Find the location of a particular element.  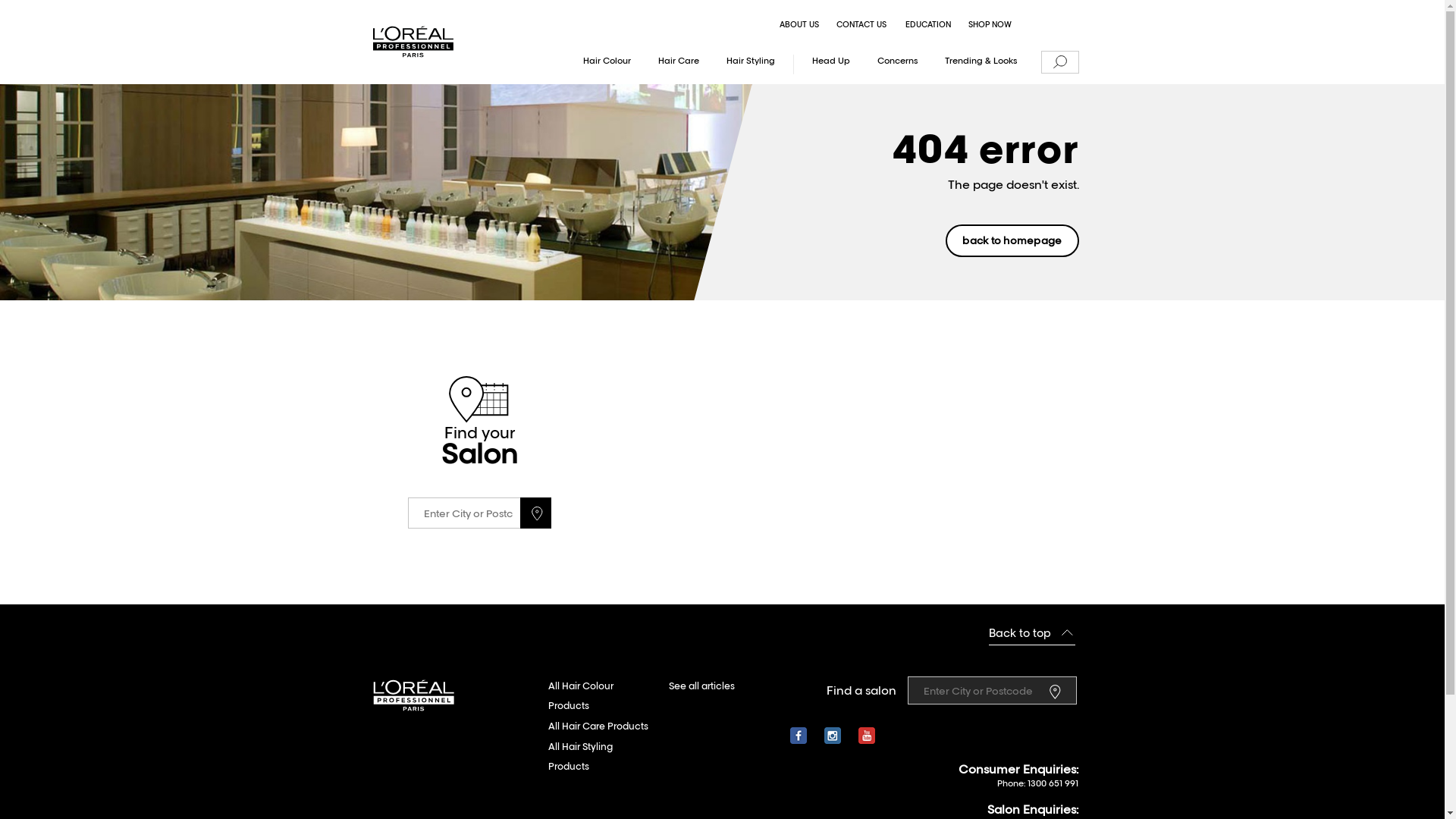

'ABOUT US' is located at coordinates (799, 26).